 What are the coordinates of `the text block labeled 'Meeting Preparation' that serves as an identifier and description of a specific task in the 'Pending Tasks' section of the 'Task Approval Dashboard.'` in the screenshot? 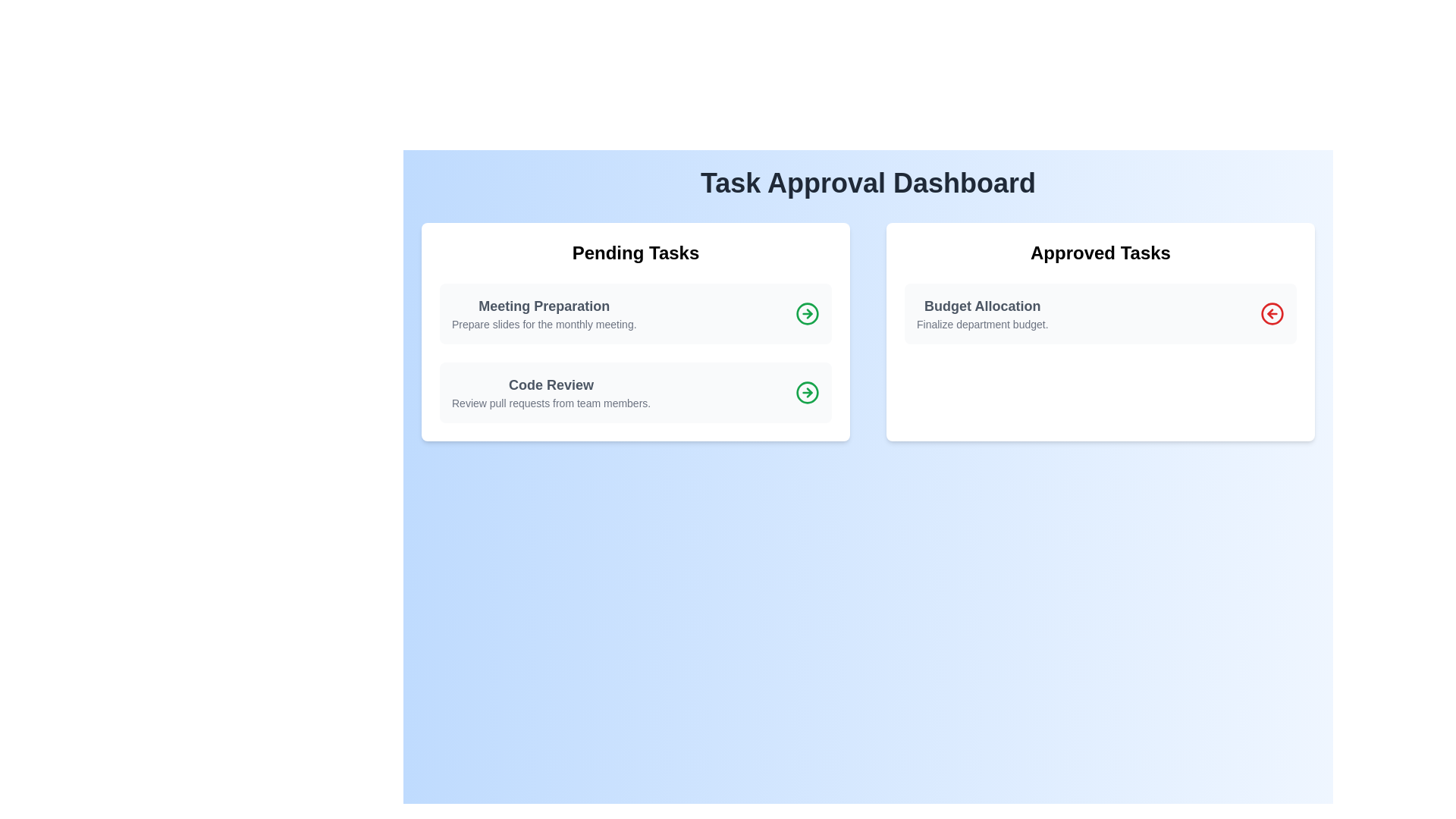 It's located at (544, 312).